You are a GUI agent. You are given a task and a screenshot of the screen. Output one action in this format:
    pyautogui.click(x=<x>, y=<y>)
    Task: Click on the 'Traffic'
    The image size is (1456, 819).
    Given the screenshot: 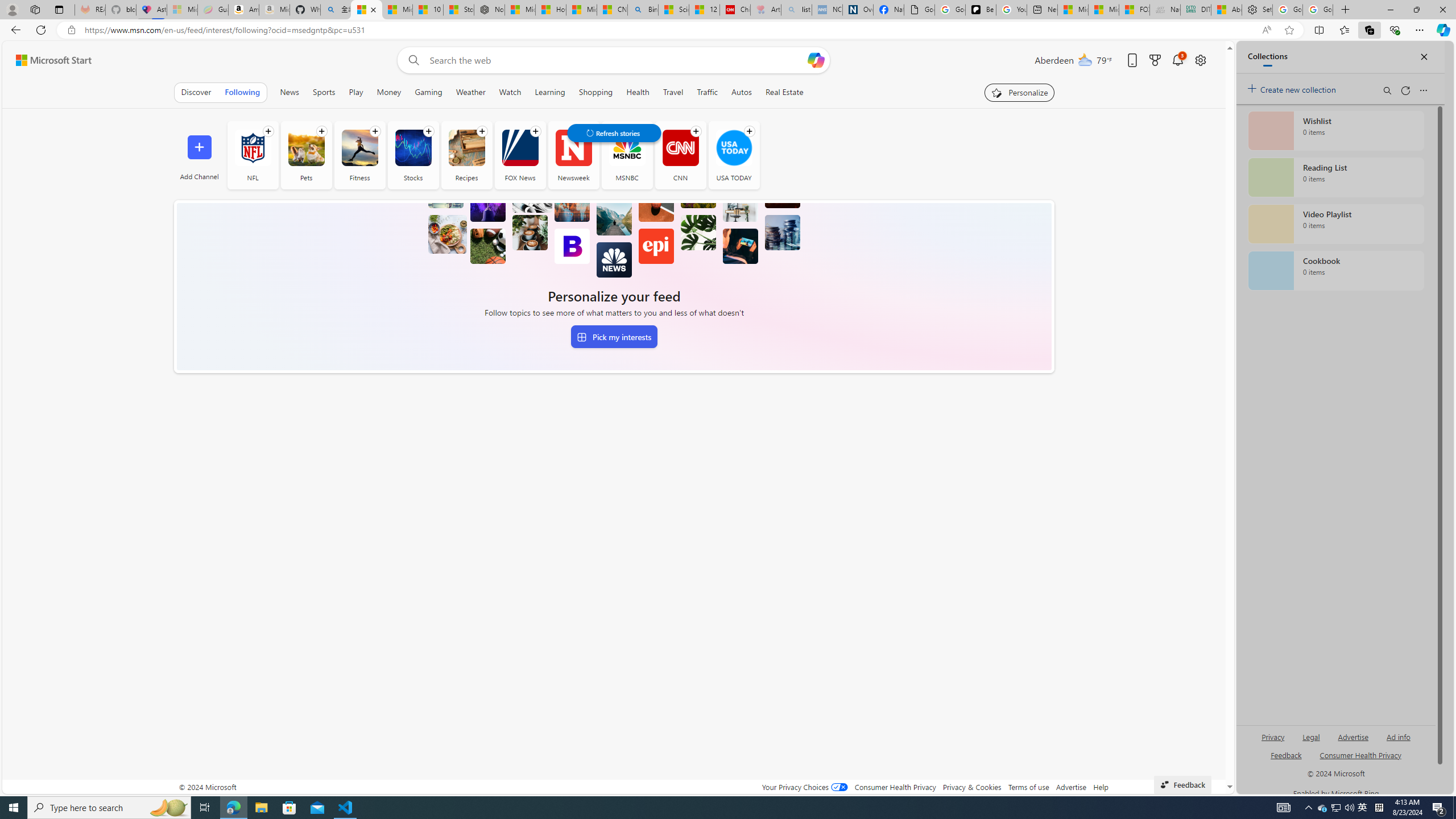 What is the action you would take?
    pyautogui.click(x=707, y=92)
    